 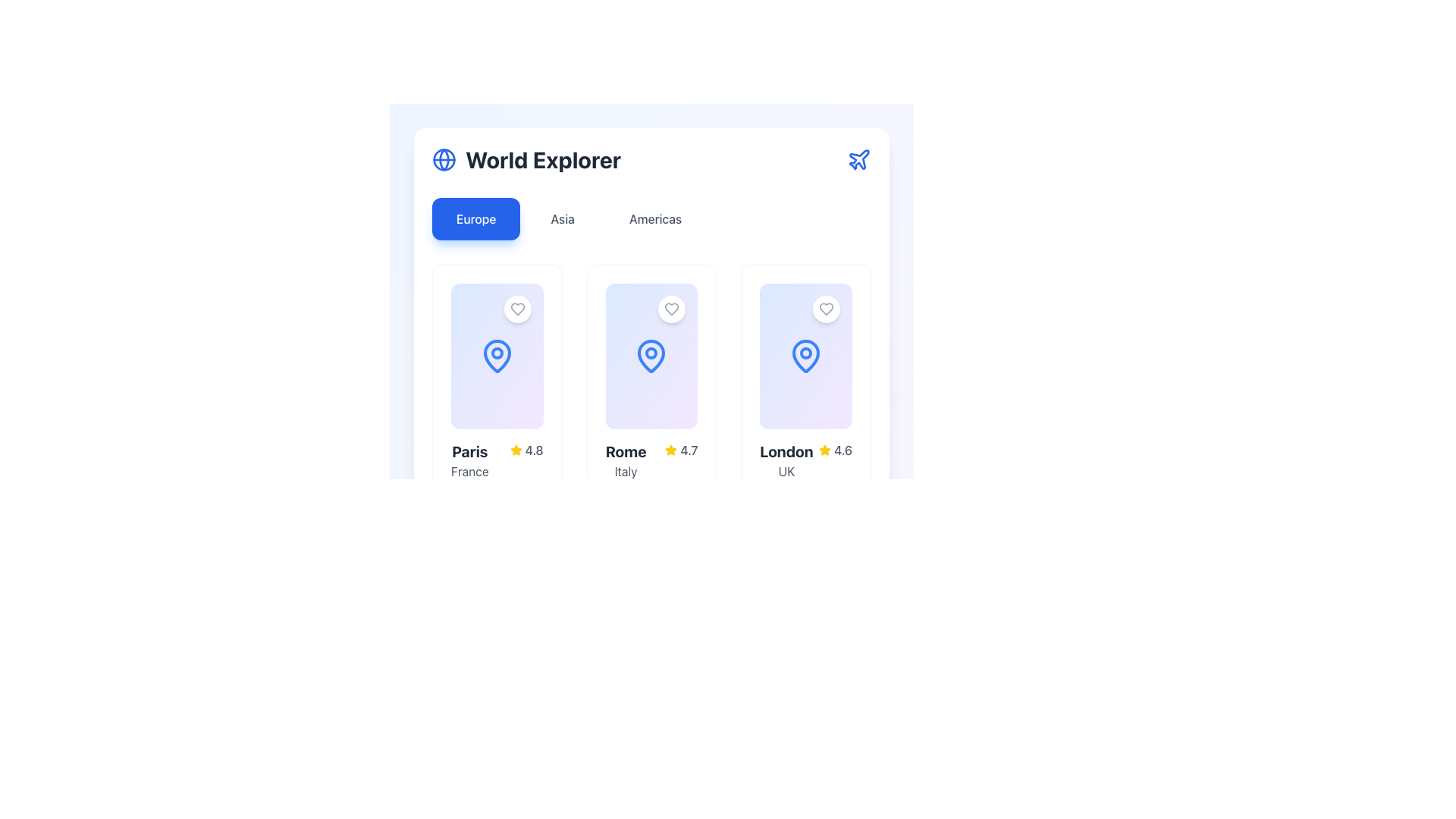 I want to click on the Icon depicting a globe located at the top-left area of the interface, aligned with the title text 'World Explorer', so click(x=443, y=160).